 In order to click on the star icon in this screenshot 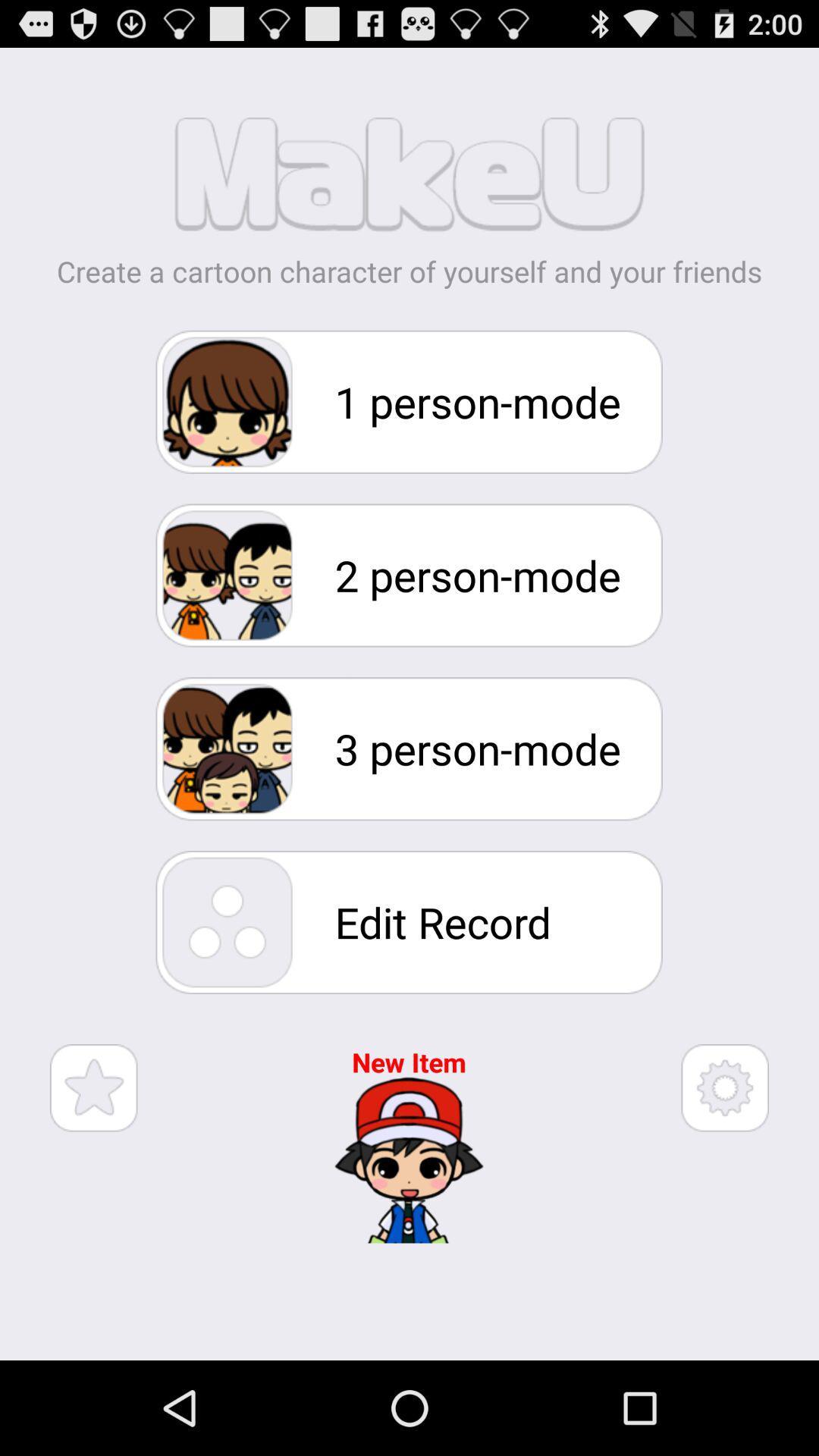, I will do `click(93, 1163)`.